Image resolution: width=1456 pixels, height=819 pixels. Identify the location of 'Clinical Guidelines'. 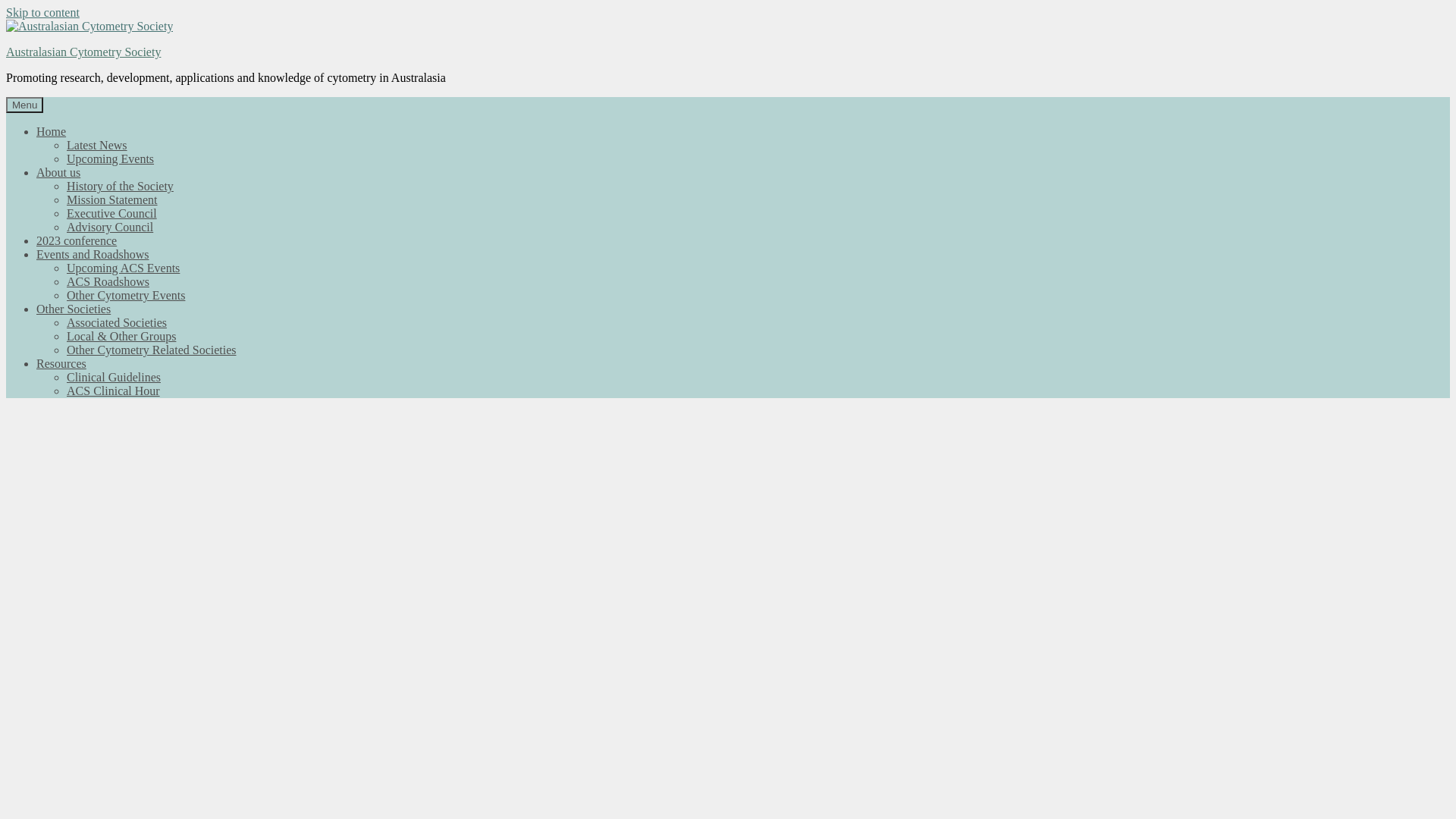
(112, 376).